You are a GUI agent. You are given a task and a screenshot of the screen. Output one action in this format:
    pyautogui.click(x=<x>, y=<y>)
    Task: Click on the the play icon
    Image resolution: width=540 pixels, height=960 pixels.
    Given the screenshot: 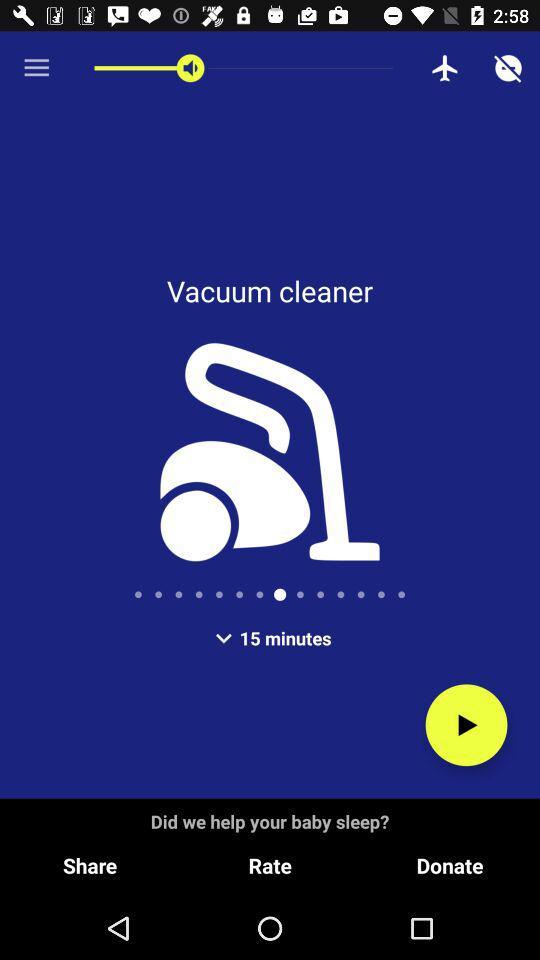 What is the action you would take?
    pyautogui.click(x=466, y=724)
    